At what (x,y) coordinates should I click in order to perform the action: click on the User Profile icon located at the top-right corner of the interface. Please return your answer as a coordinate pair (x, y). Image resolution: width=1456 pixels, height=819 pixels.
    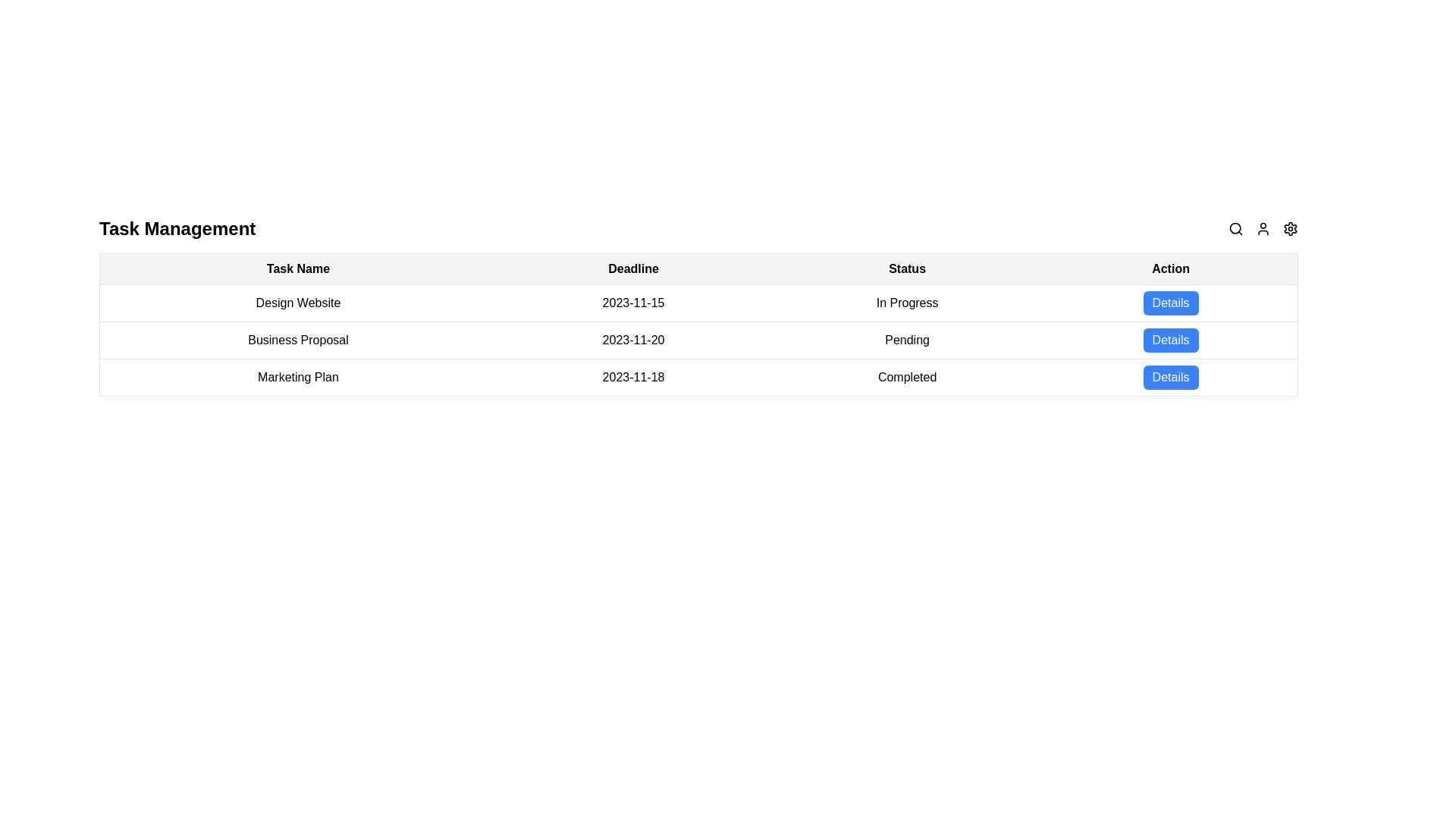
    Looking at the image, I should click on (1263, 228).